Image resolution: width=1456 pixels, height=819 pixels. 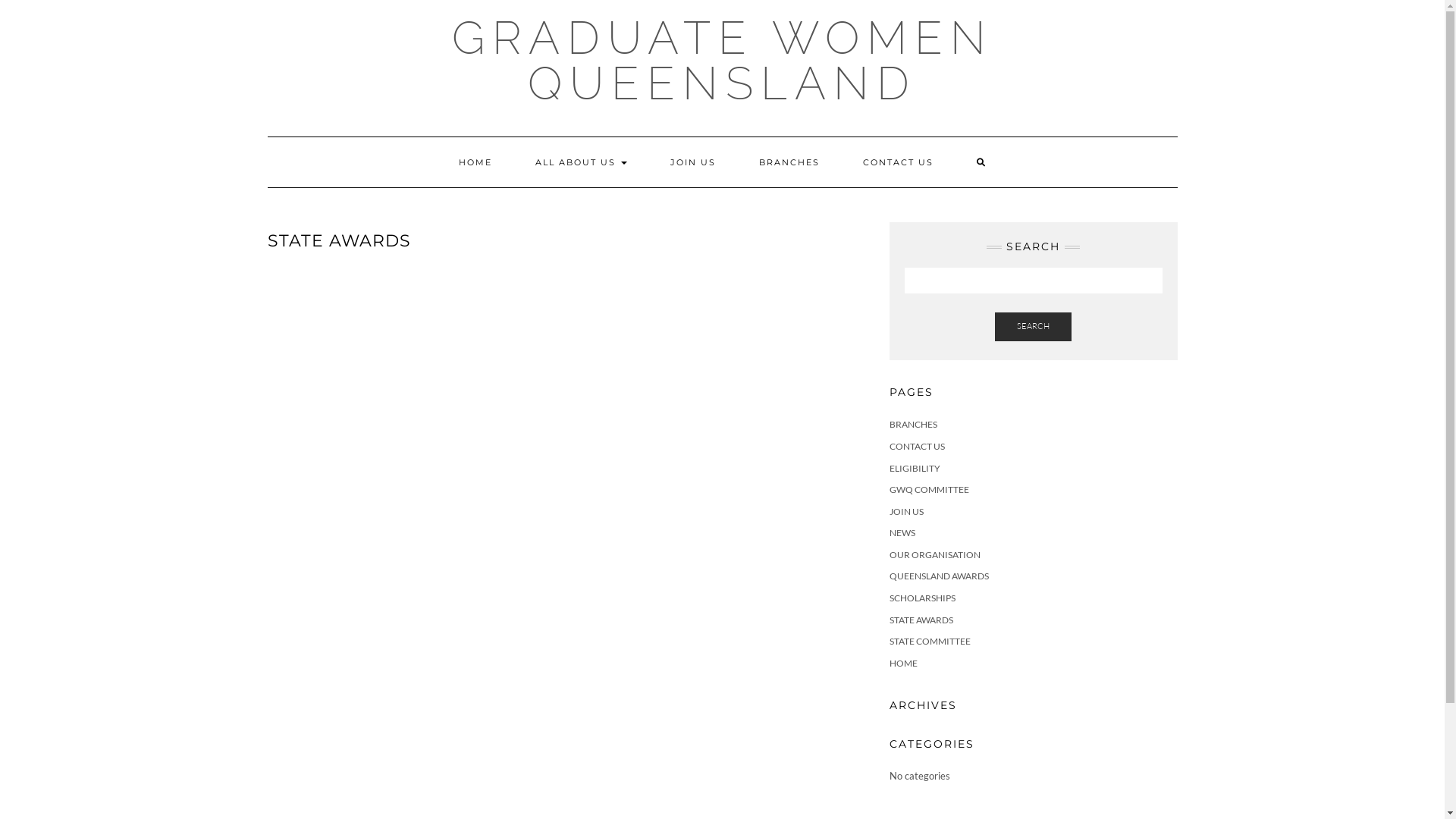 I want to click on 'ELIGIBILITY', so click(x=888, y=467).